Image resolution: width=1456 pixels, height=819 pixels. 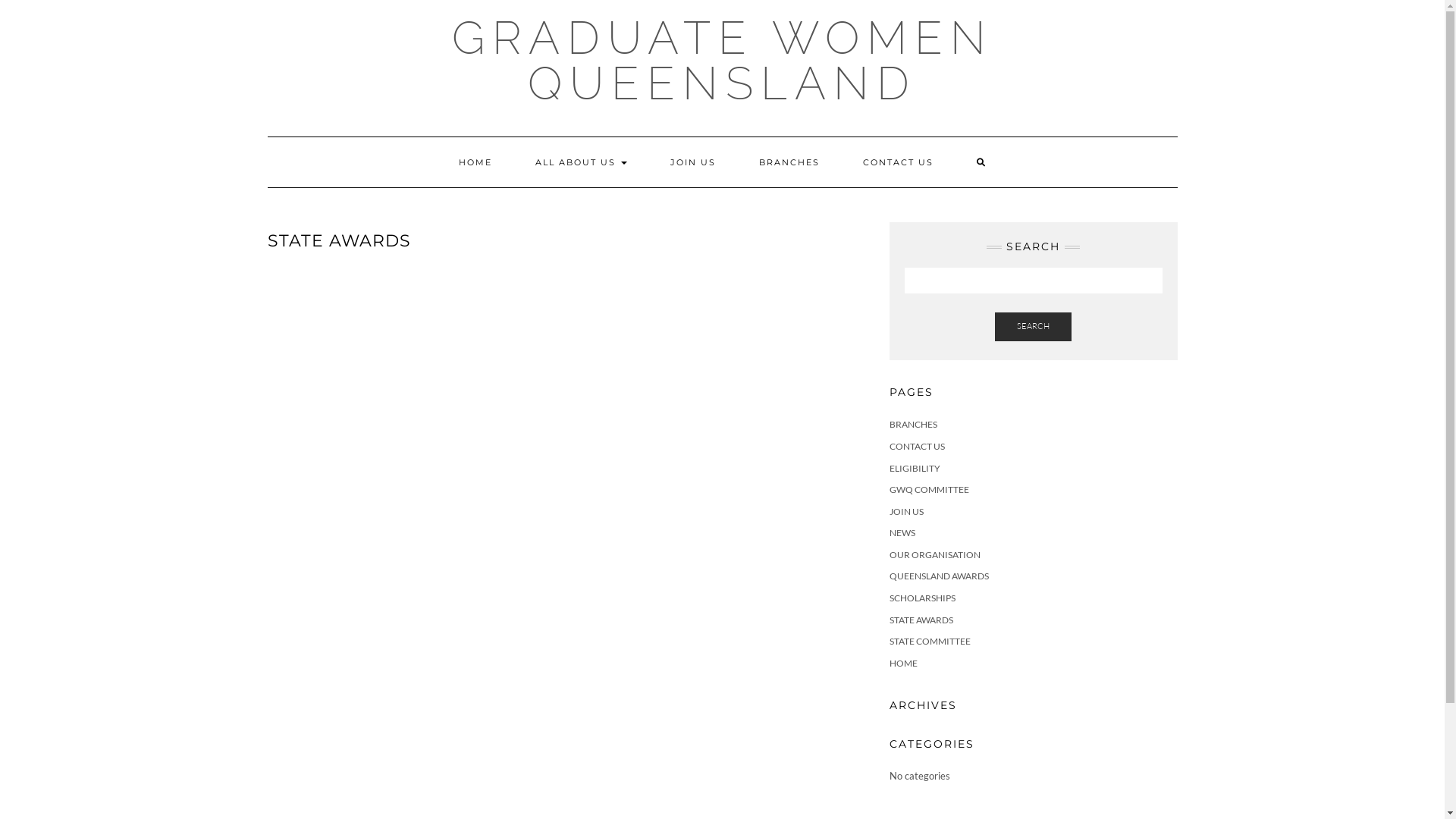 I want to click on 'ELIGIBILITY', so click(x=888, y=467).